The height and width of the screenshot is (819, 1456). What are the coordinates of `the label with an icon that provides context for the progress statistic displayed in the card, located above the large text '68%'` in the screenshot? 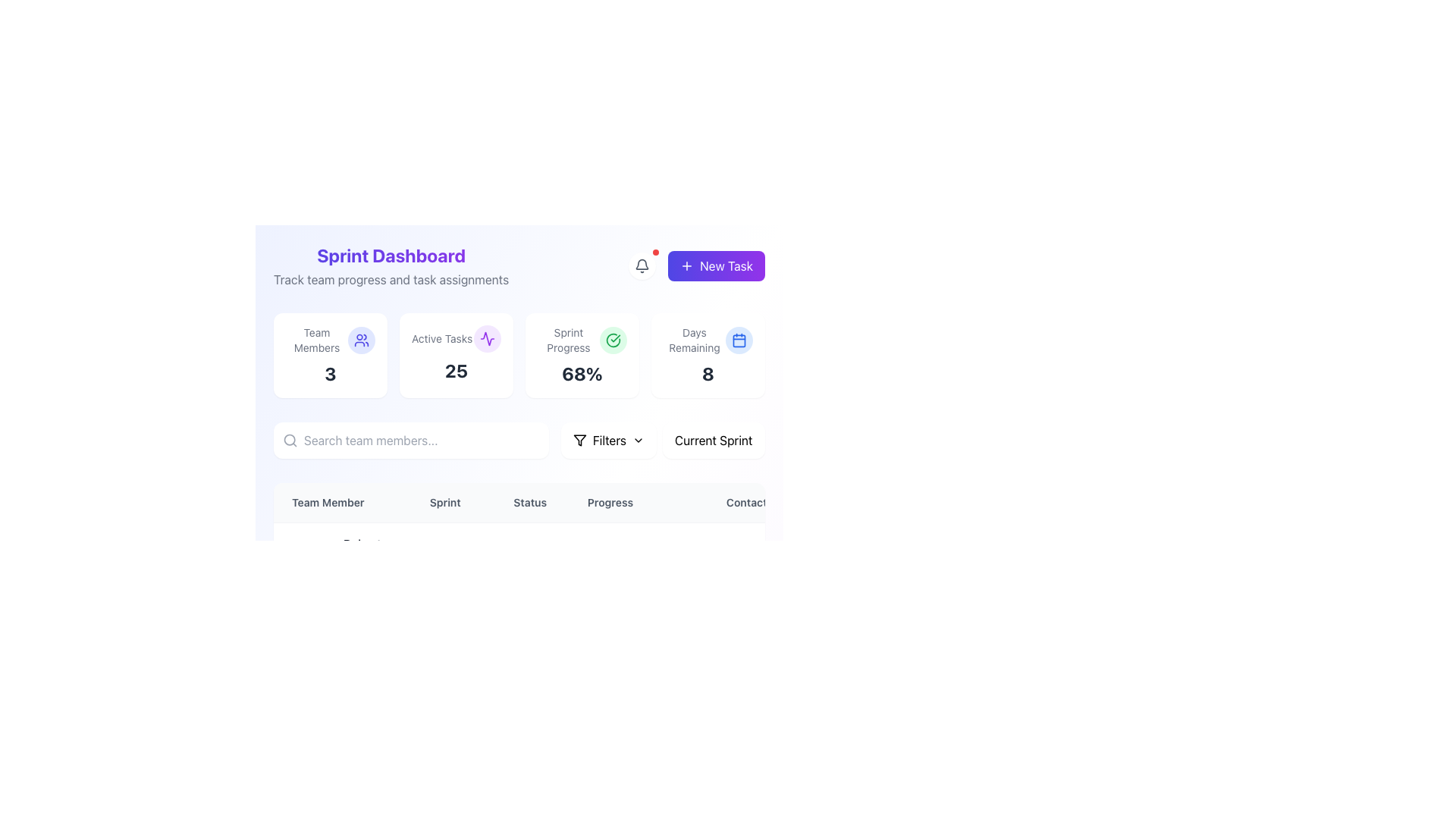 It's located at (582, 339).